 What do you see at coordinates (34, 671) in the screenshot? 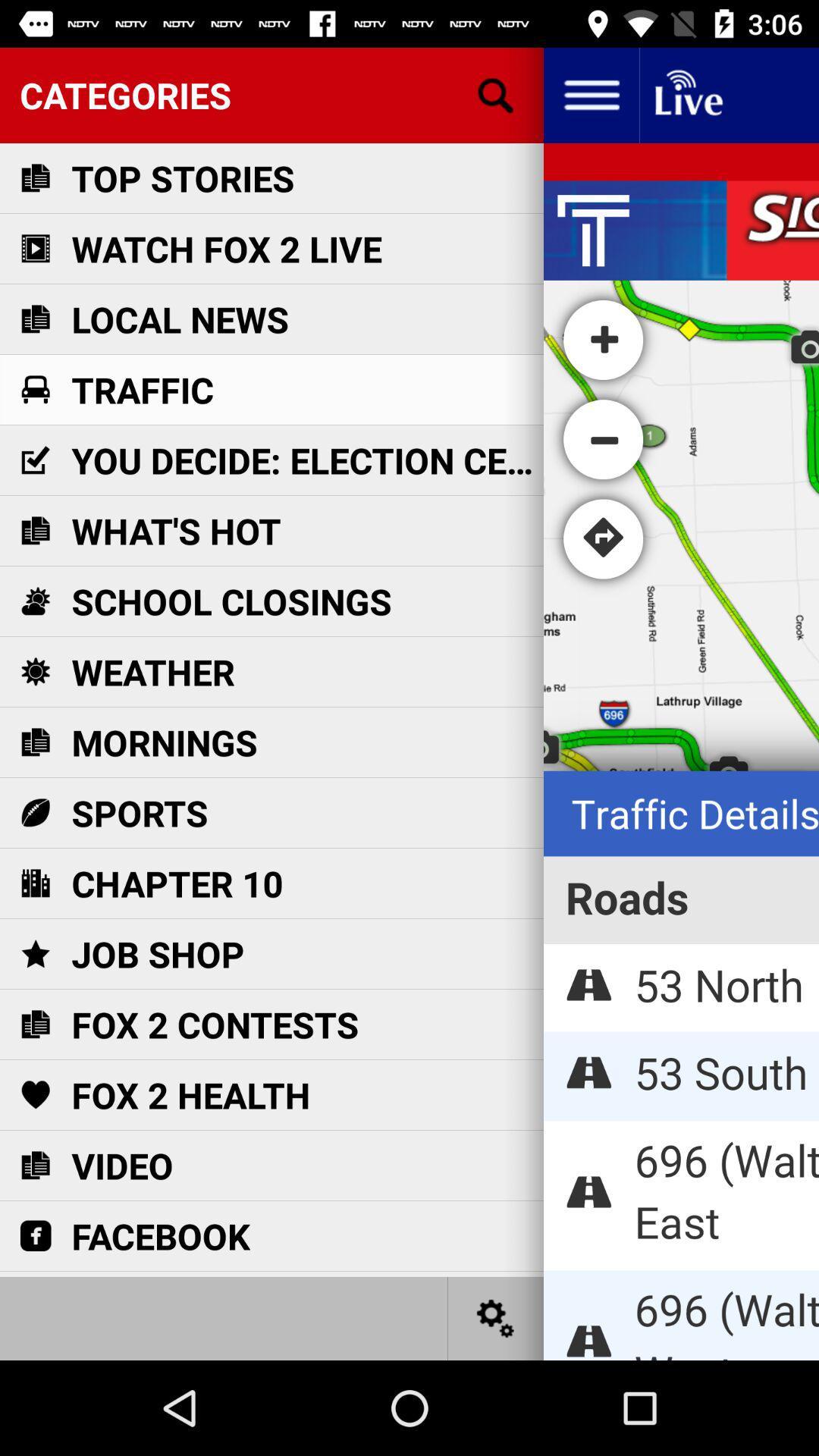
I see `icon left to weather` at bounding box center [34, 671].